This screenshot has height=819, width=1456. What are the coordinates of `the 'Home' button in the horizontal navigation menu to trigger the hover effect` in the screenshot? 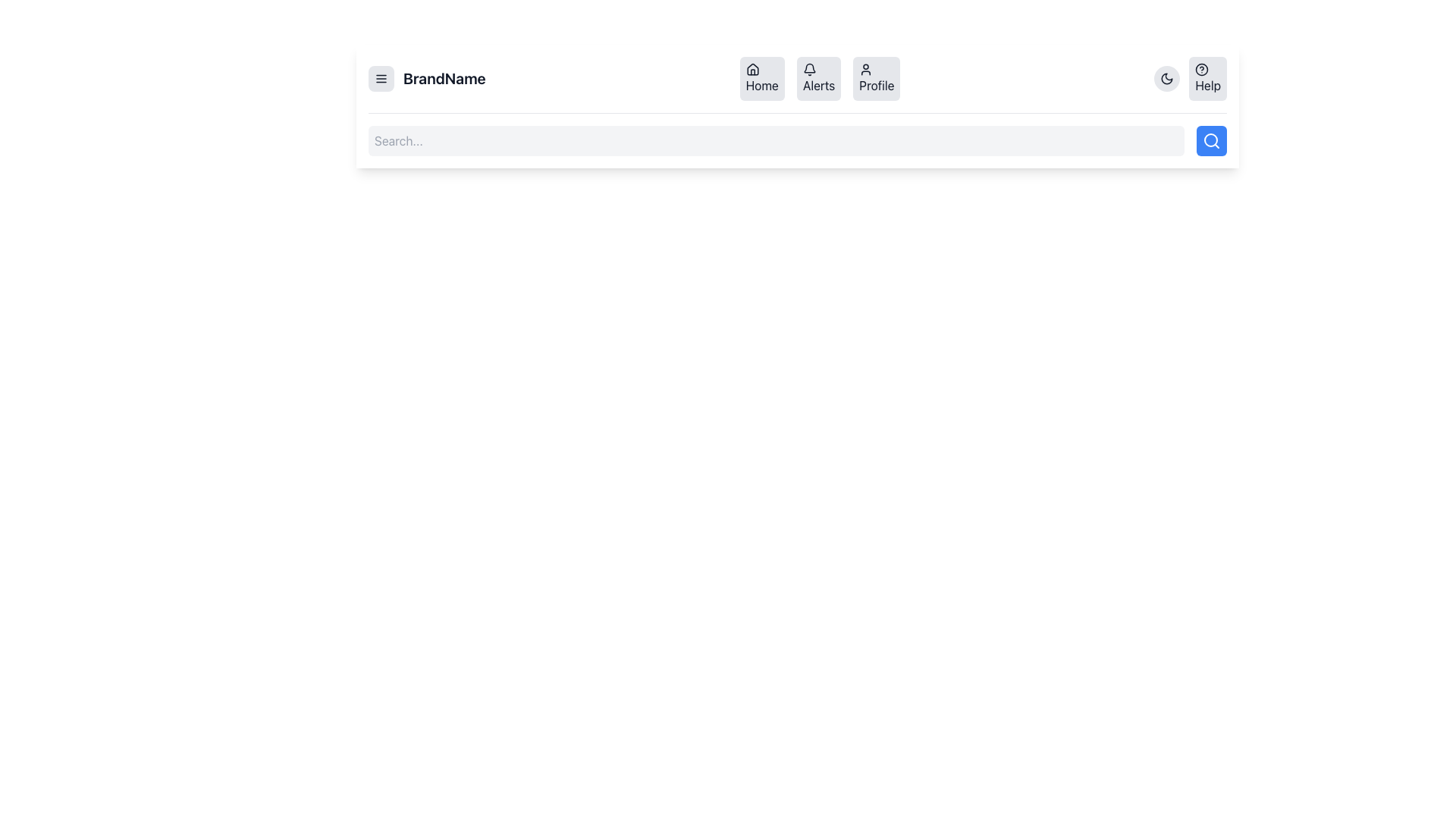 It's located at (762, 79).